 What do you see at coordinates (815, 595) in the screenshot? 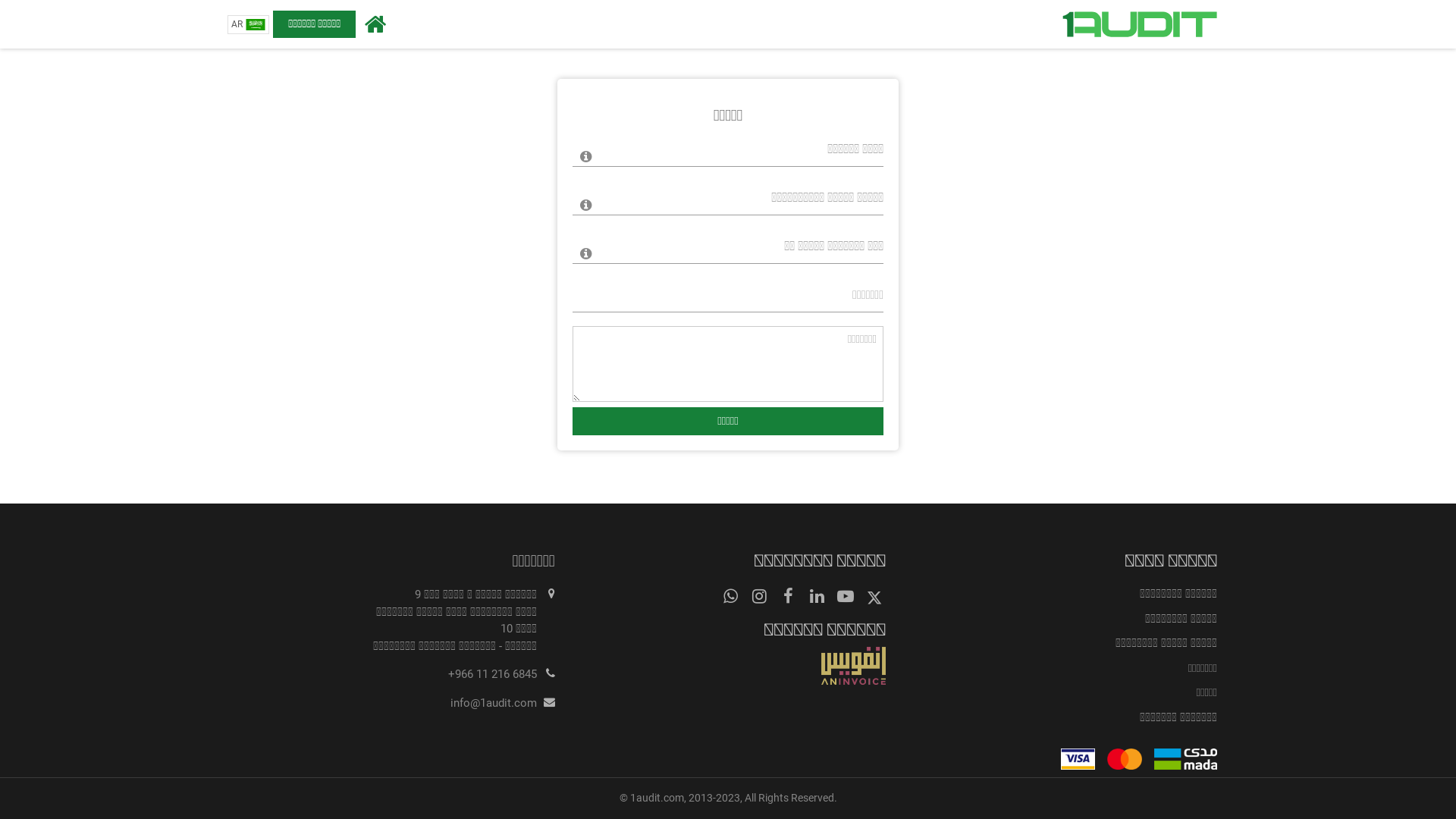
I see `'LinkedIn'` at bounding box center [815, 595].